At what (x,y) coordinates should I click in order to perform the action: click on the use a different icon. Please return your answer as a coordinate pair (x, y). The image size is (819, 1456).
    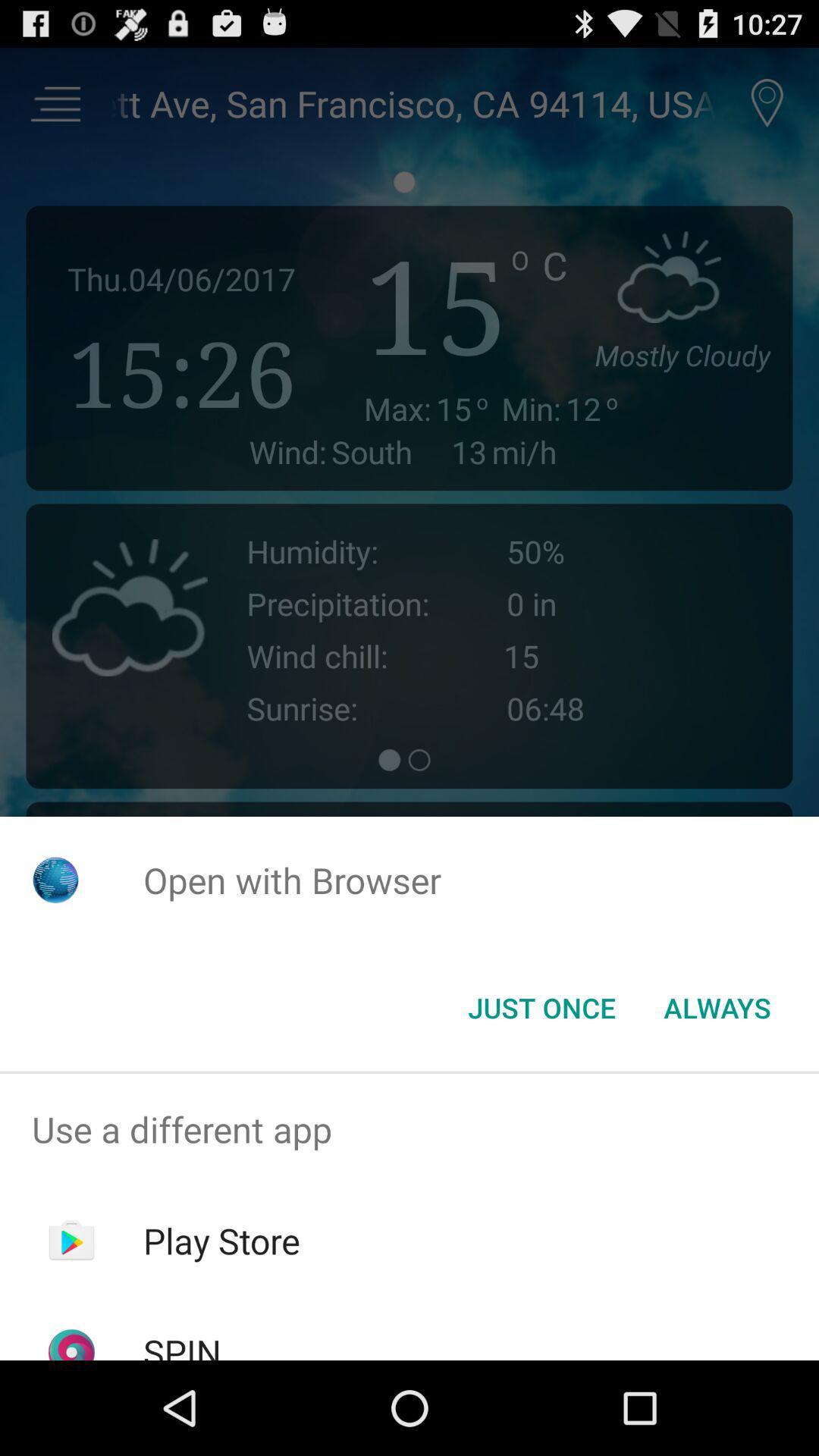
    Looking at the image, I should click on (409, 1129).